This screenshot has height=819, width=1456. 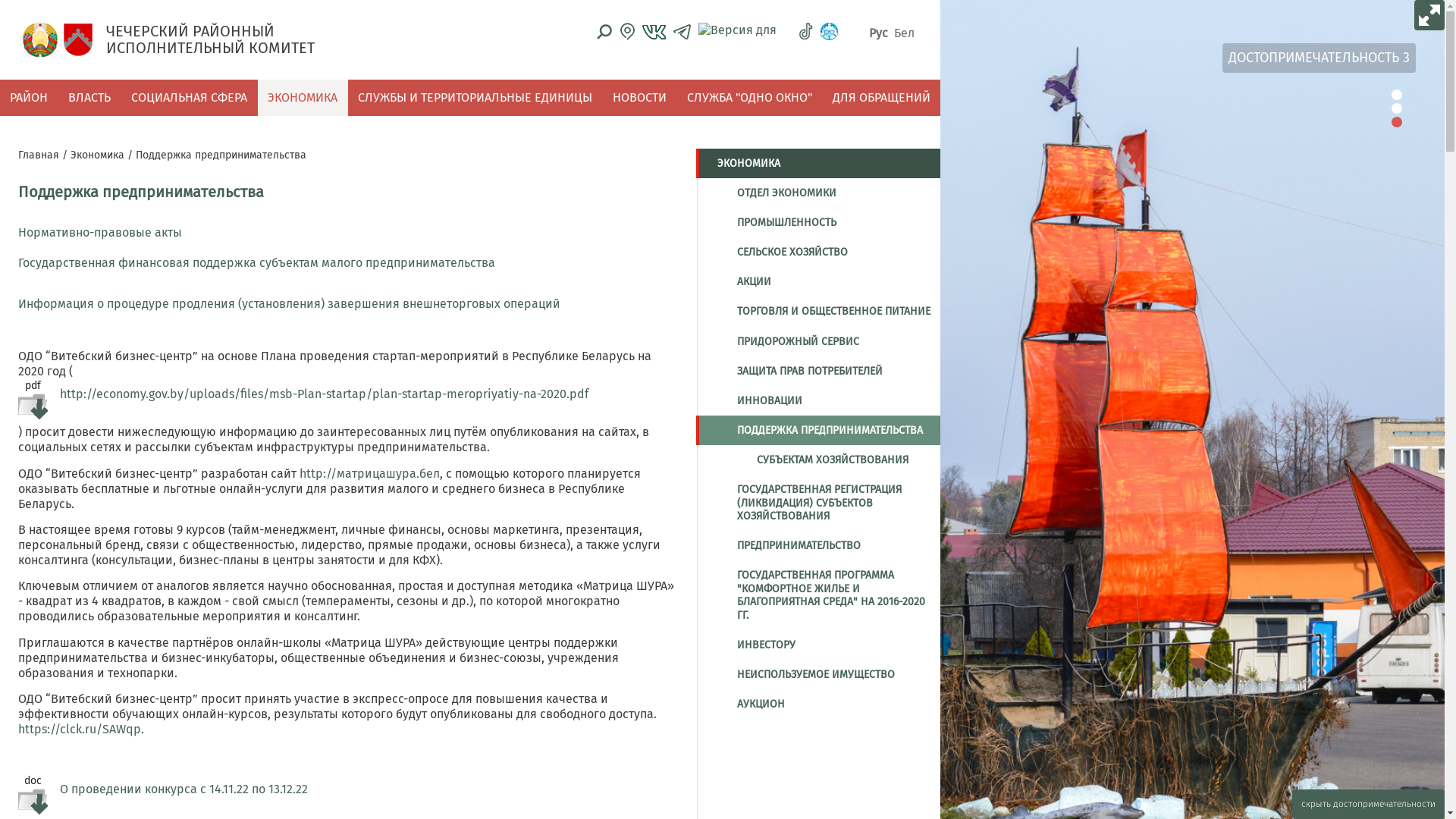 What do you see at coordinates (681, 31) in the screenshot?
I see `'telegram'` at bounding box center [681, 31].